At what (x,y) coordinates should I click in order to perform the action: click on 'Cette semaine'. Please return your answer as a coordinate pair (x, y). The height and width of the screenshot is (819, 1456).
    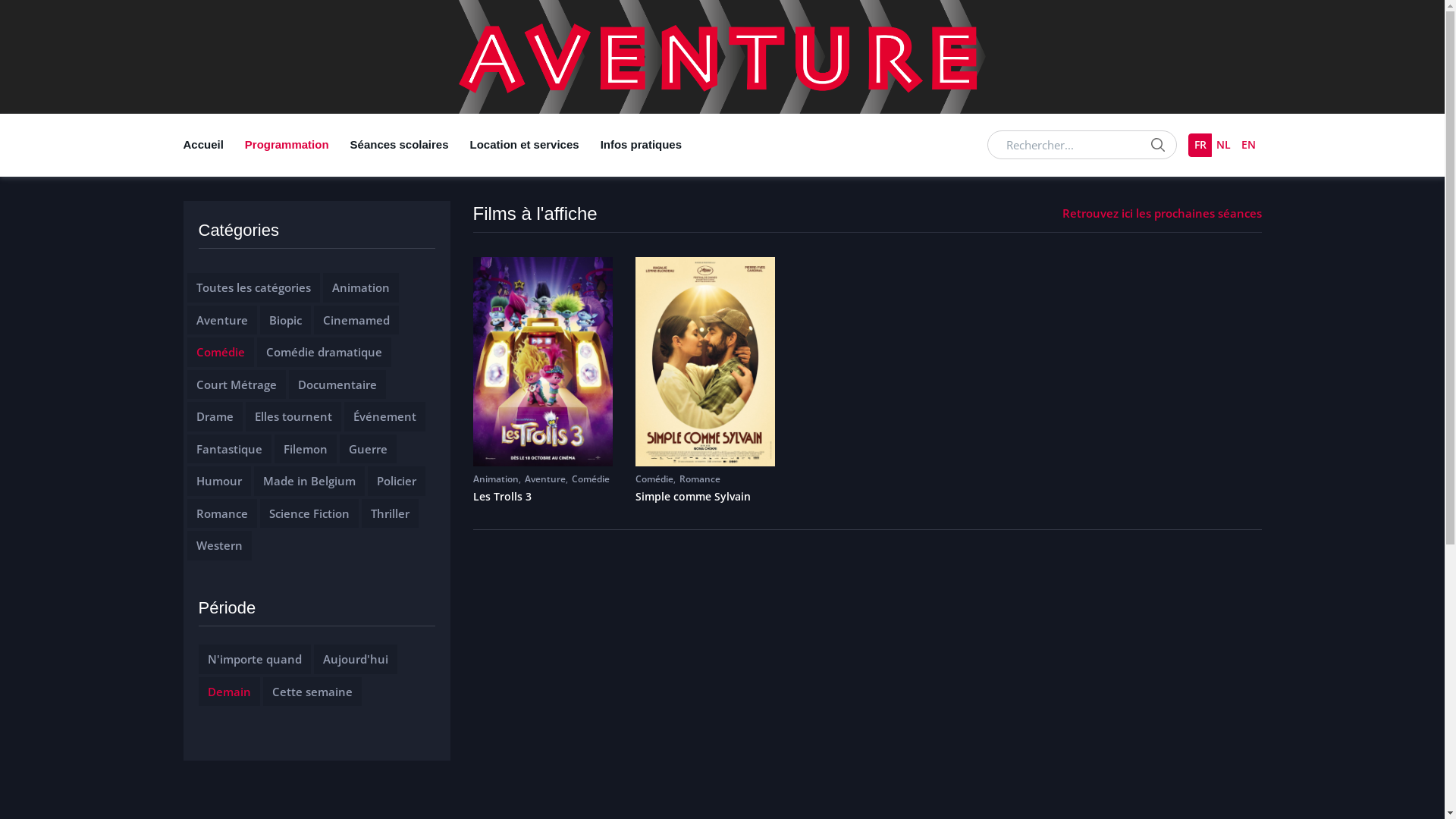
    Looking at the image, I should click on (311, 691).